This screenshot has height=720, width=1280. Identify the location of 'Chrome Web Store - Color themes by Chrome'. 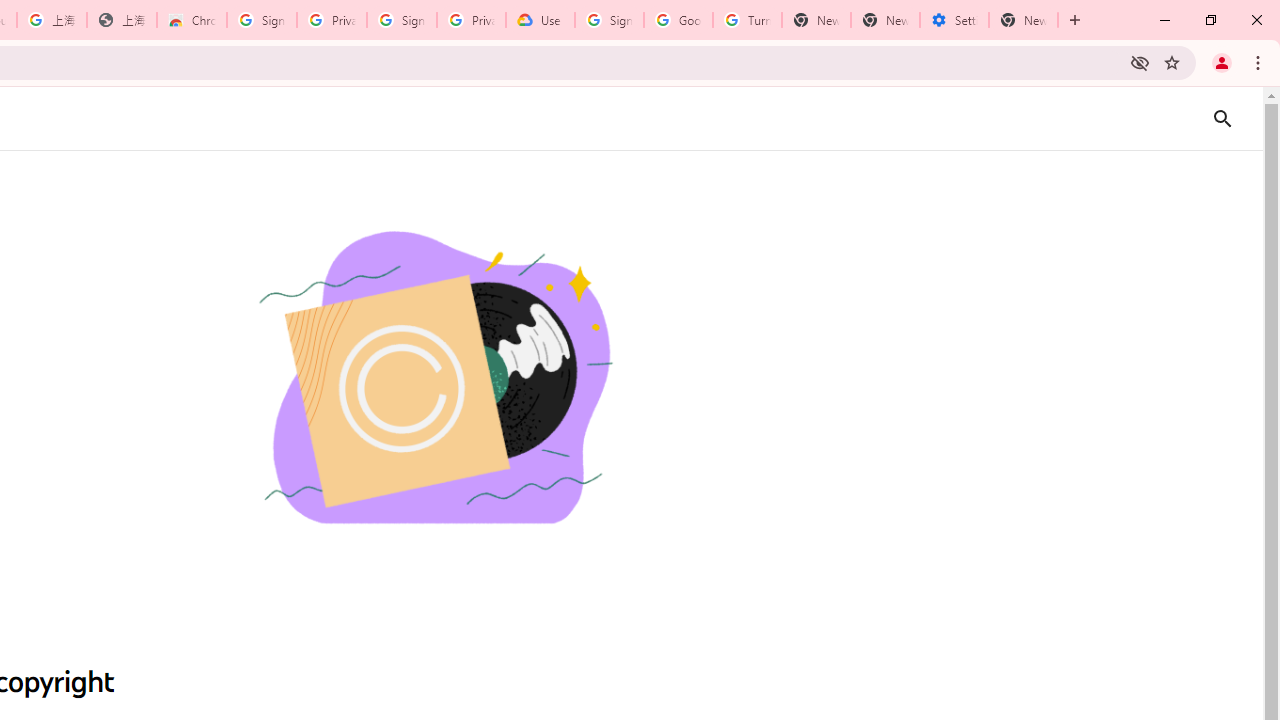
(192, 20).